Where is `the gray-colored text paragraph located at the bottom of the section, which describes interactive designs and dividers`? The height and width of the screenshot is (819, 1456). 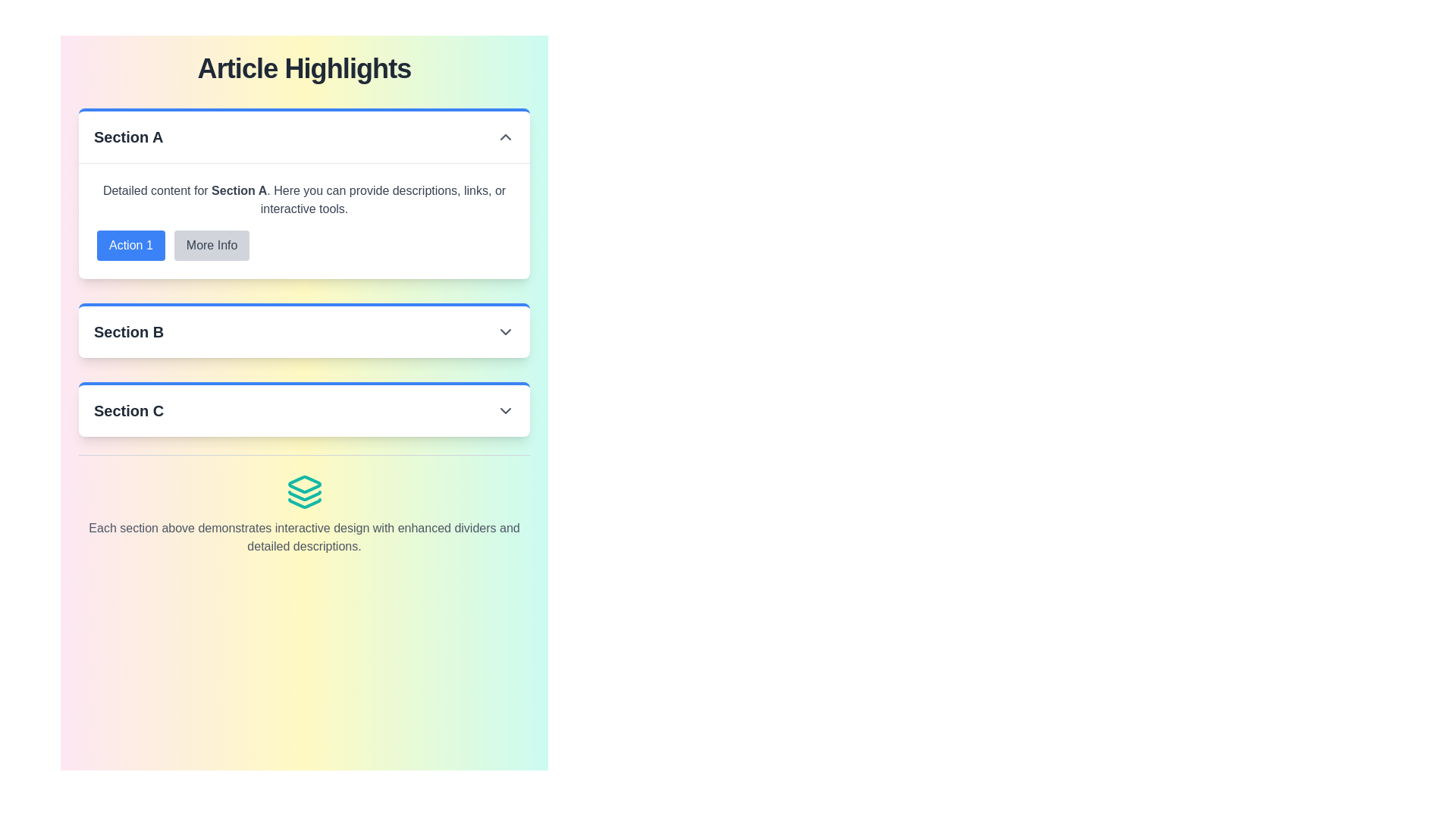 the gray-colored text paragraph located at the bottom of the section, which describes interactive designs and dividers is located at coordinates (303, 537).